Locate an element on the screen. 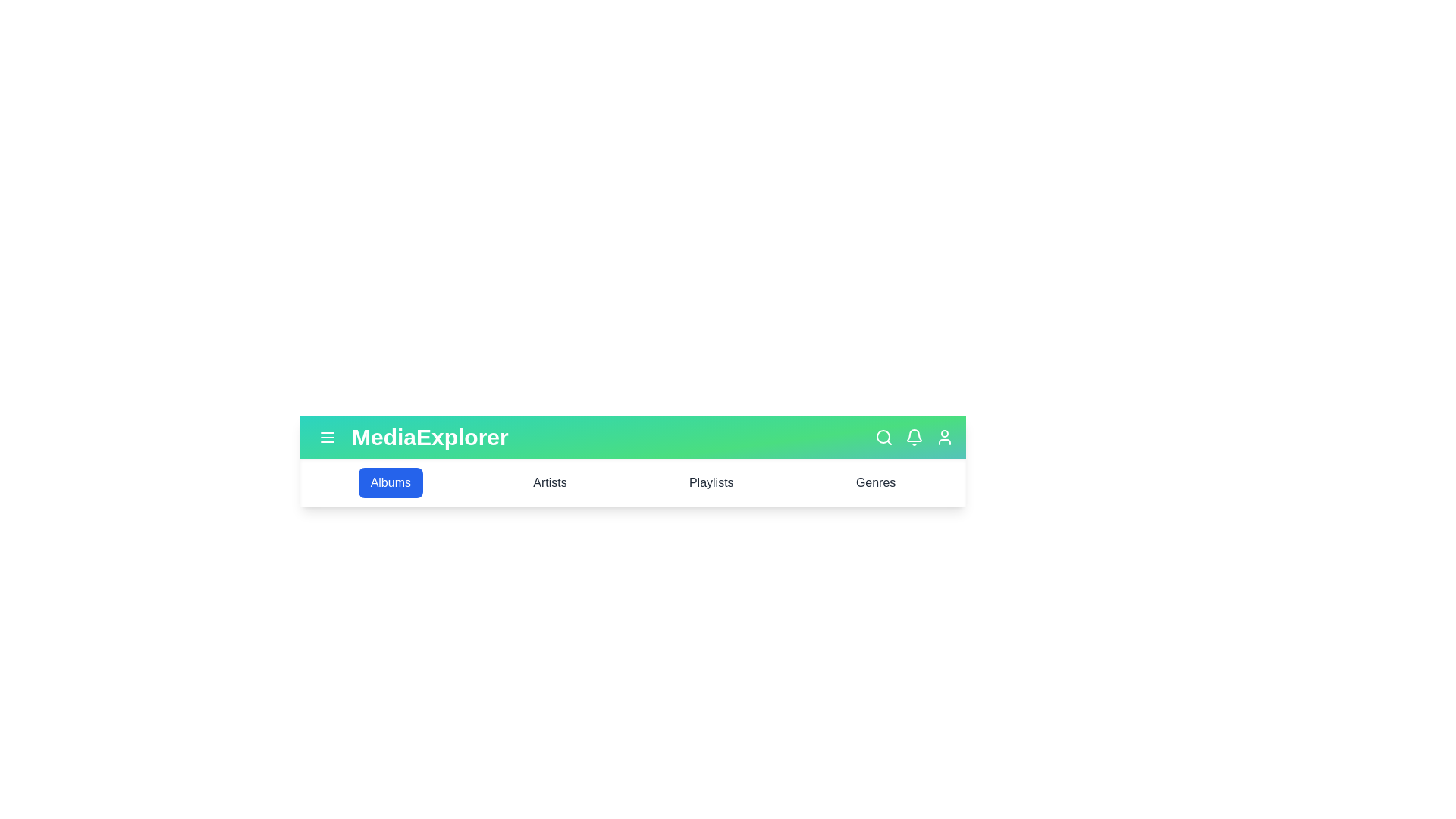 The width and height of the screenshot is (1456, 819). the Albums tab in the MultimediaAppBar is located at coordinates (390, 482).